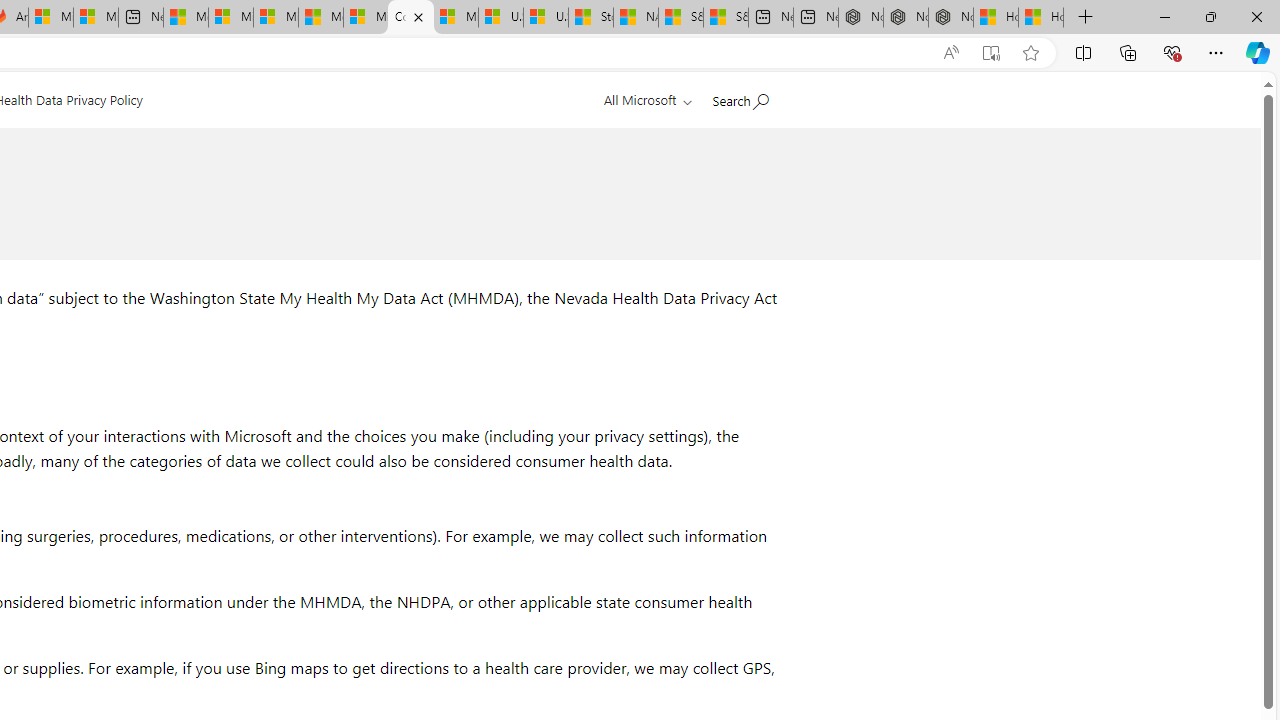  I want to click on 'Enter Immersive Reader (F9)', so click(991, 52).